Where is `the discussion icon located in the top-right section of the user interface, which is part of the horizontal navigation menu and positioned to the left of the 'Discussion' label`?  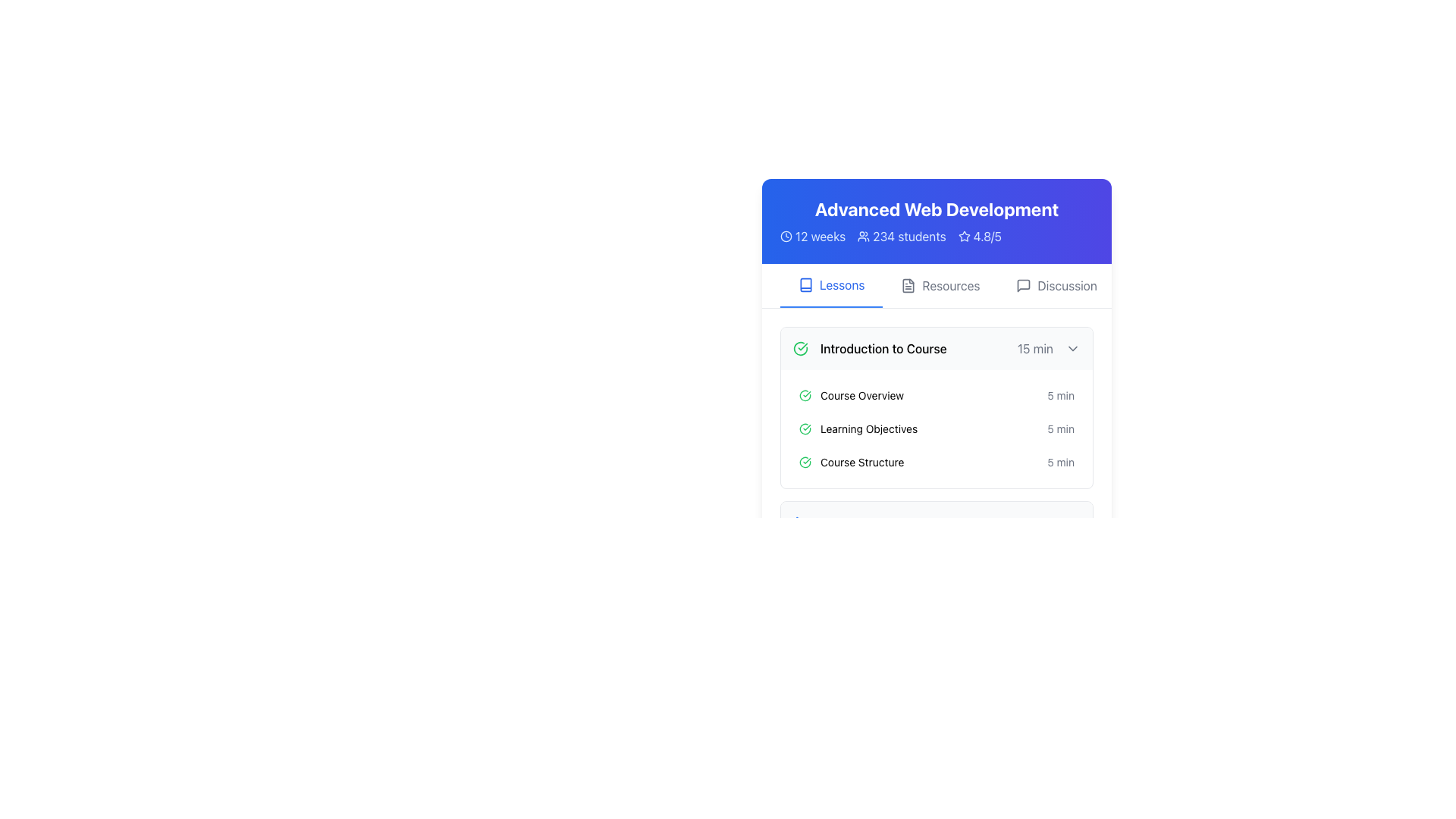 the discussion icon located in the top-right section of the user interface, which is part of the horizontal navigation menu and positioned to the left of the 'Discussion' label is located at coordinates (1024, 286).